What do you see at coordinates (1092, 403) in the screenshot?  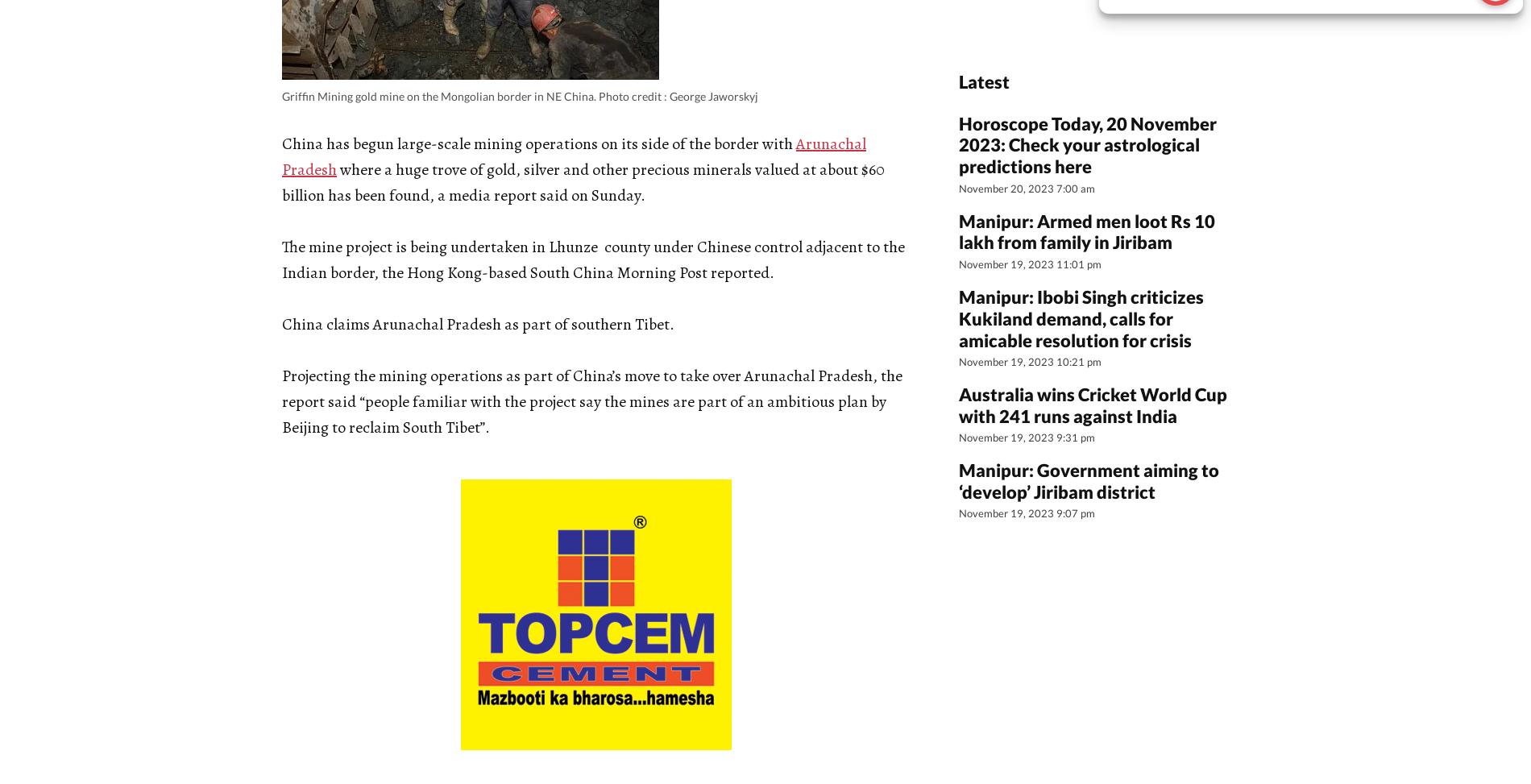 I see `'Australia wins Cricket World Cup with 241 runs against India'` at bounding box center [1092, 403].